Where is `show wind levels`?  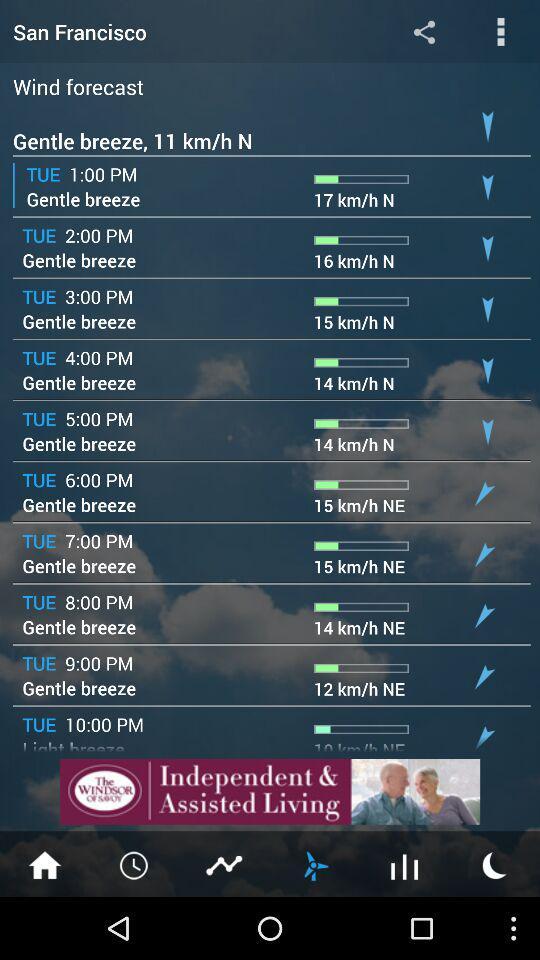 show wind levels is located at coordinates (314, 863).